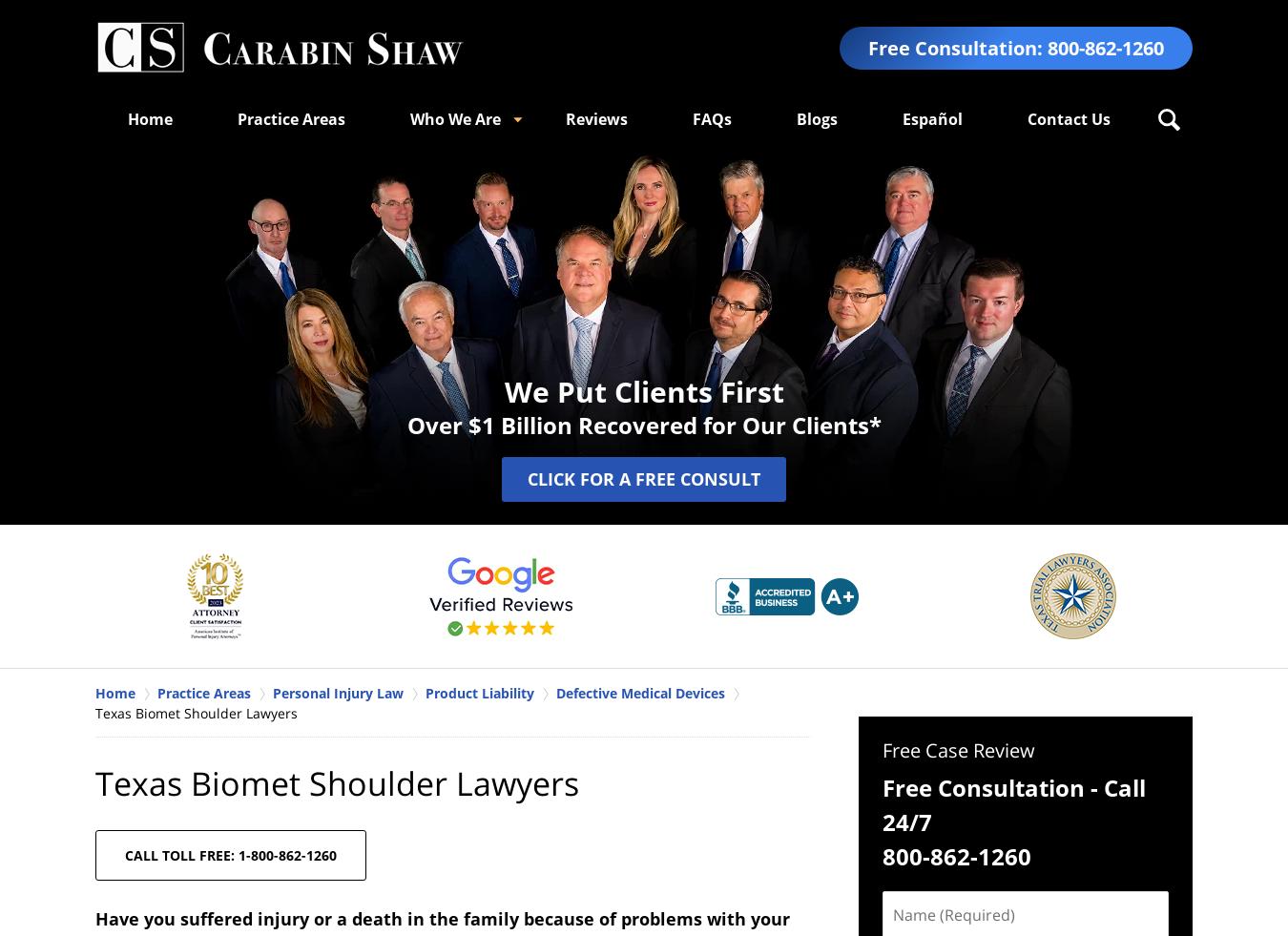 This screenshot has width=1288, height=936. What do you see at coordinates (901, 117) in the screenshot?
I see `'Español'` at bounding box center [901, 117].